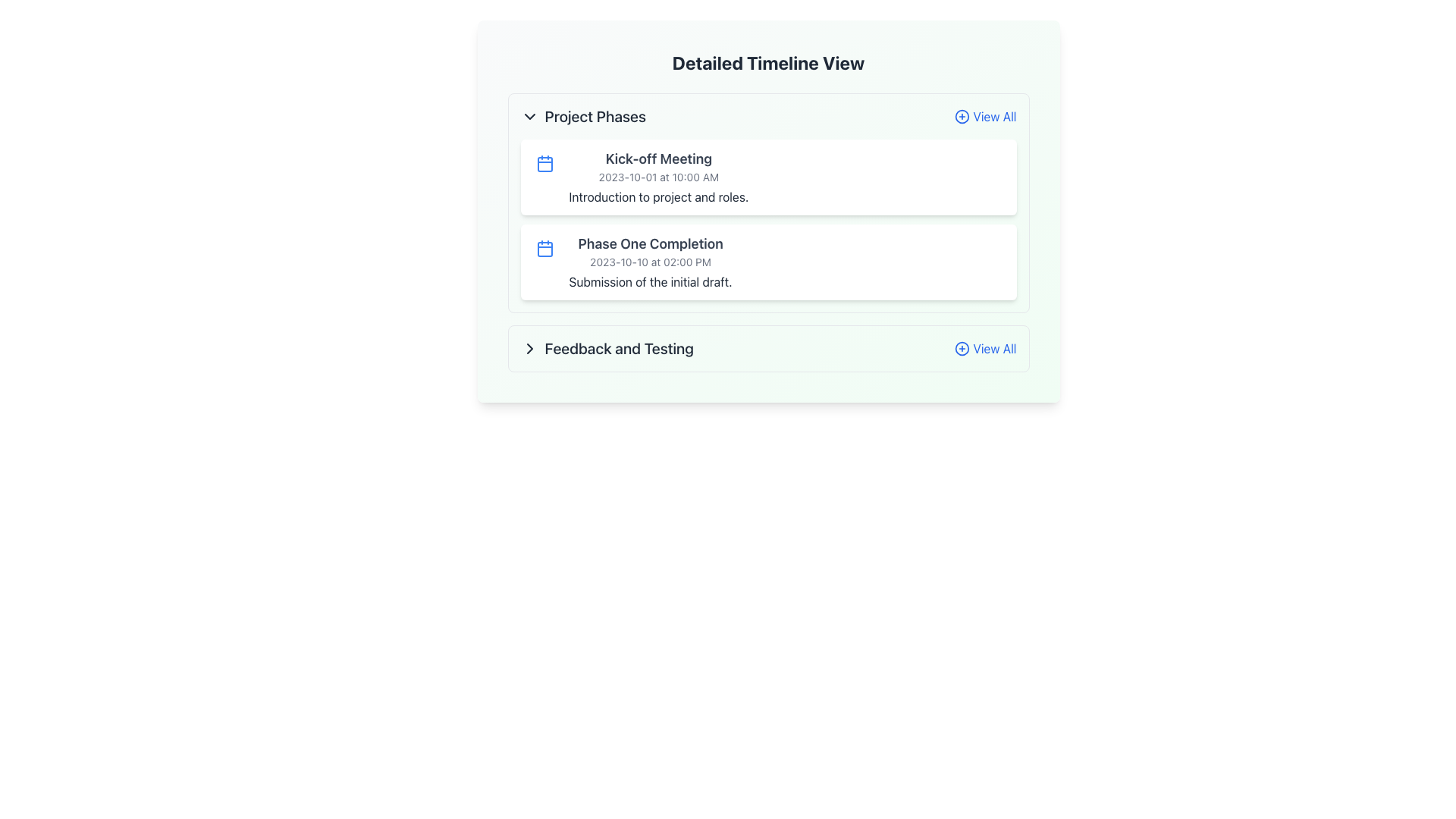  Describe the element at coordinates (651, 243) in the screenshot. I see `the text label displaying 'Phase One Completion' which is part of the timeline entry in the 'Project Phases' section` at that location.